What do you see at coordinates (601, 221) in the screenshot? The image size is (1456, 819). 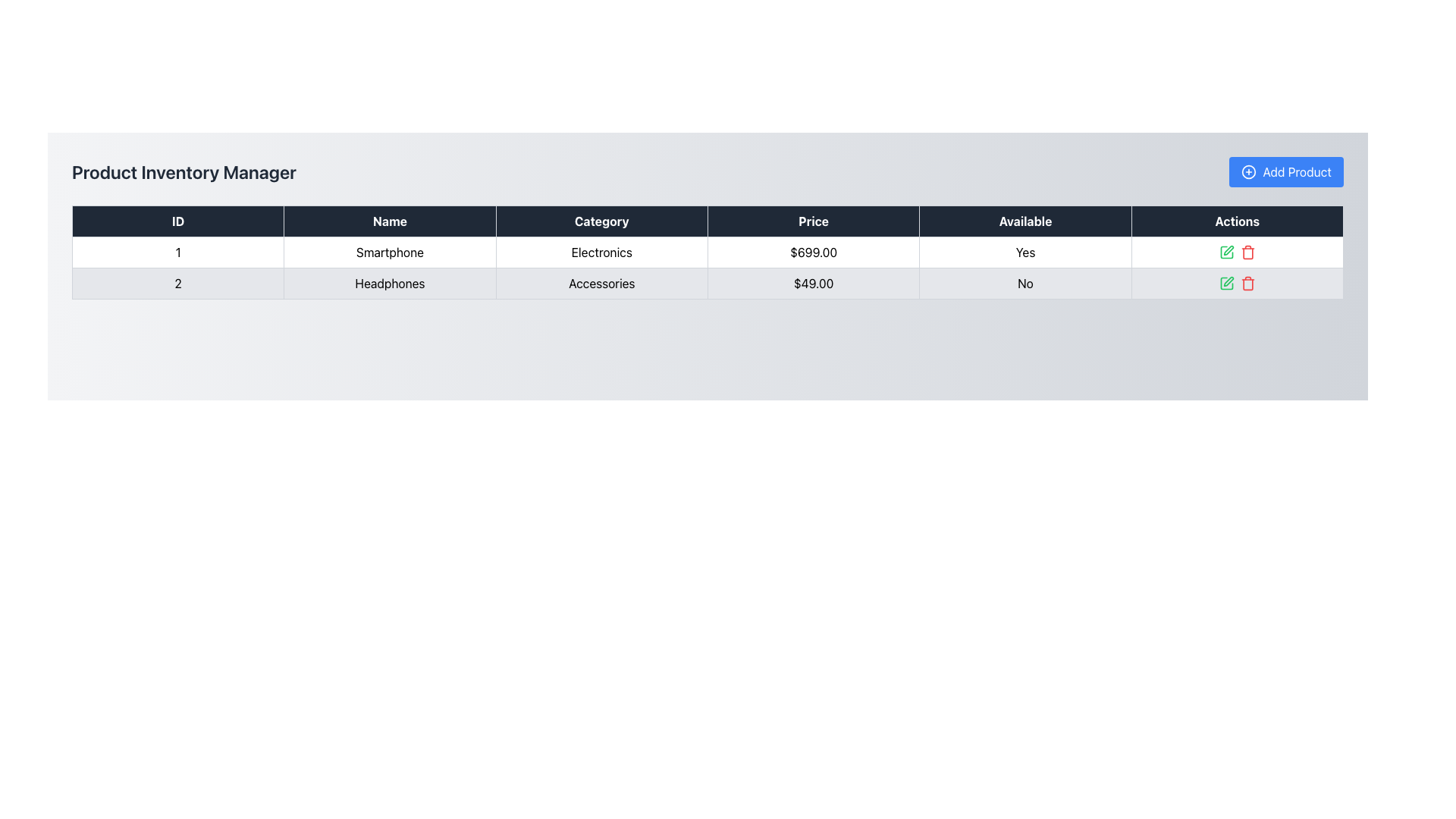 I see `the 'Category' table header element` at bounding box center [601, 221].